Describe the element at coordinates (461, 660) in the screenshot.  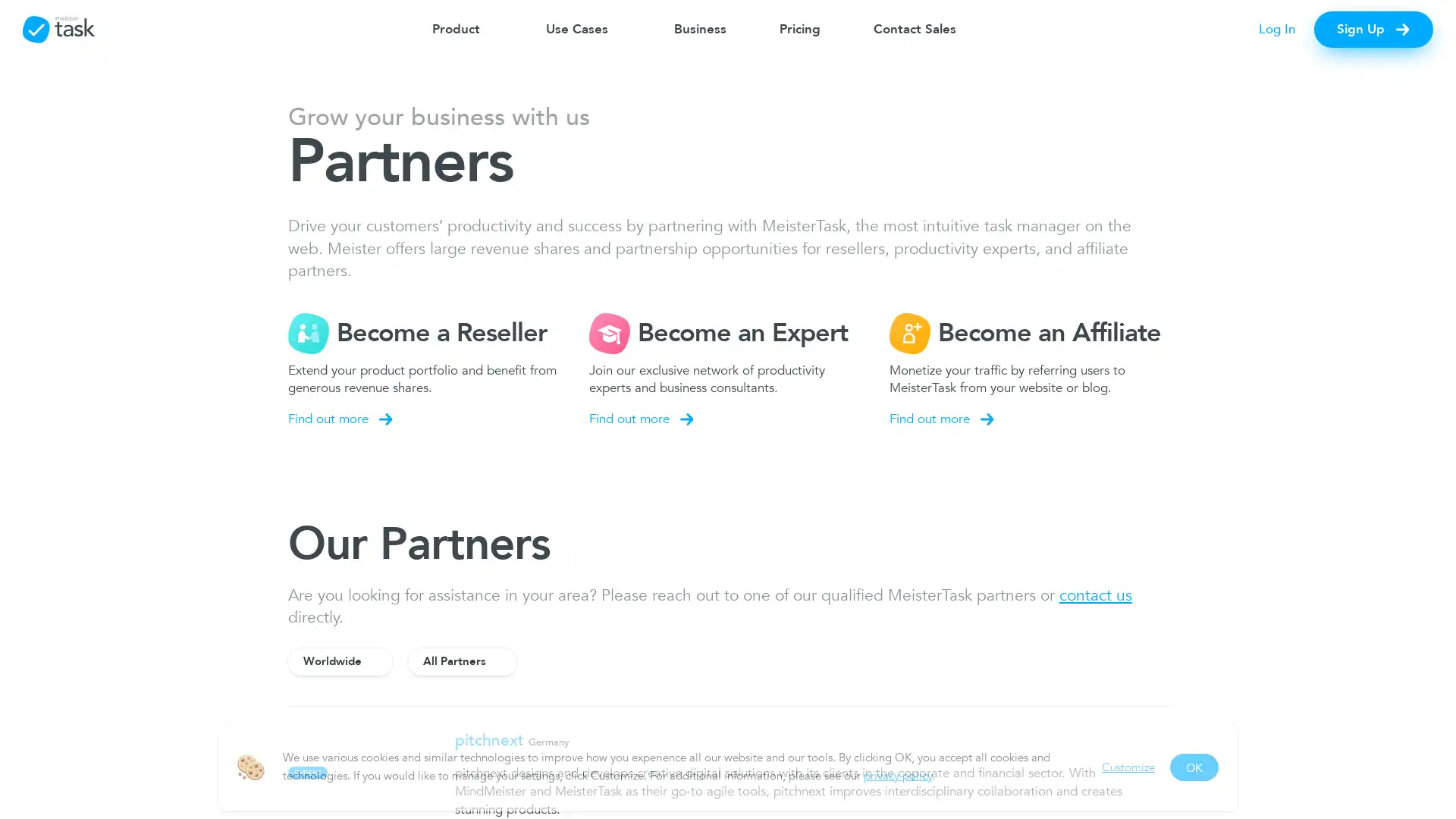
I see `All Partners Arrow down` at that location.